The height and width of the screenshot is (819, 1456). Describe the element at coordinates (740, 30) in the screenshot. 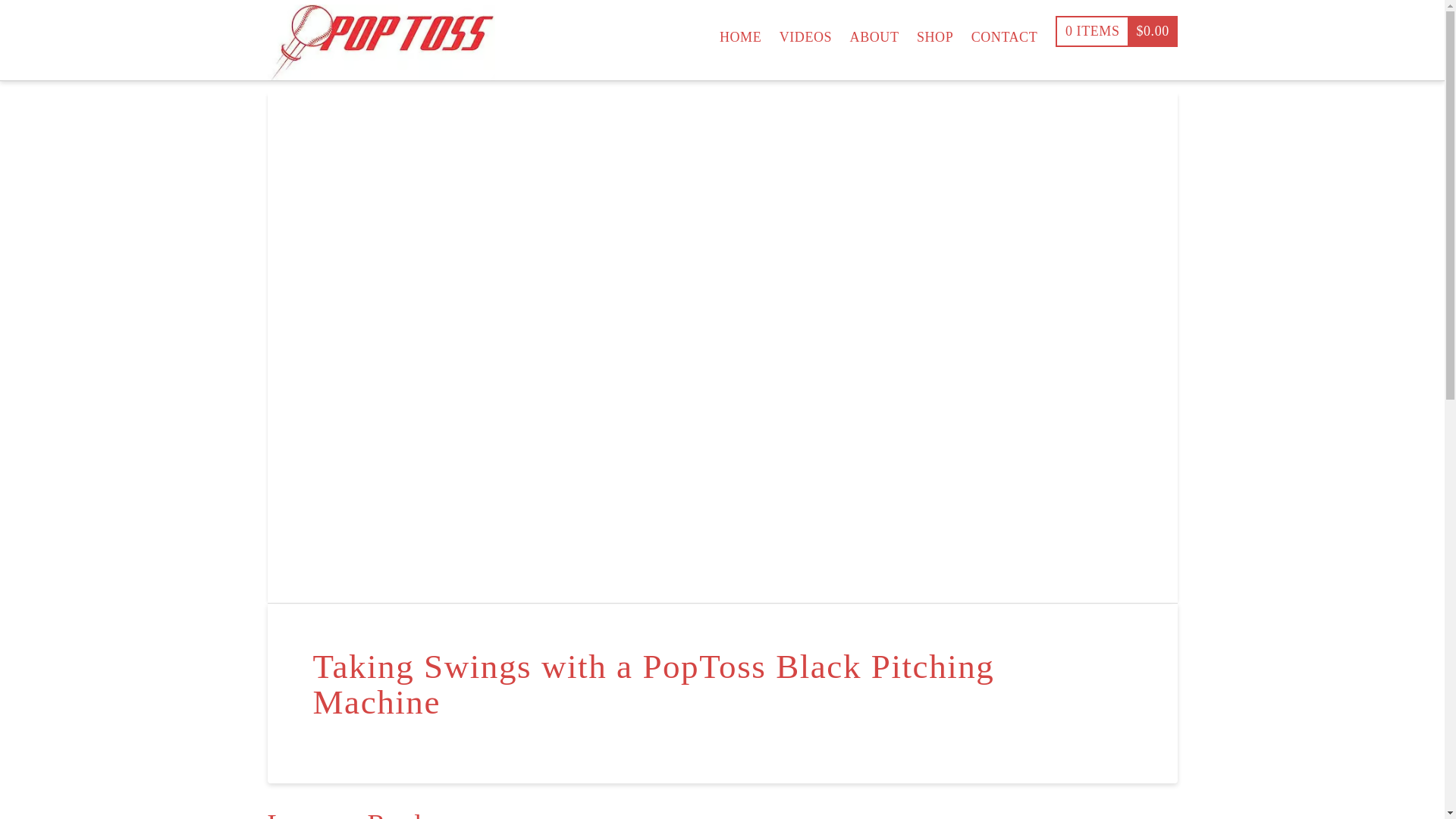

I see `'HOME'` at that location.